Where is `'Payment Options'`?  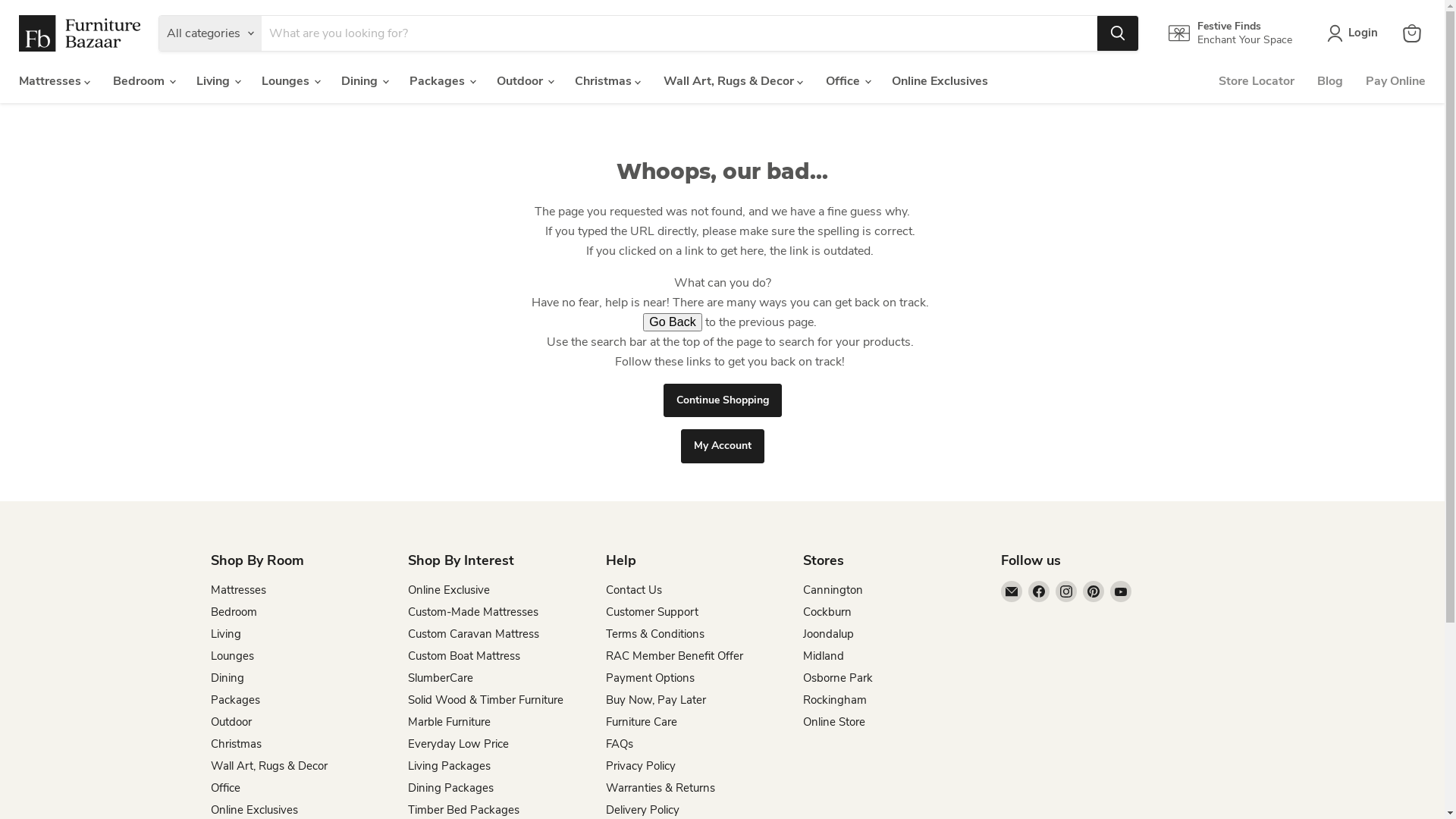
'Payment Options' is located at coordinates (649, 677).